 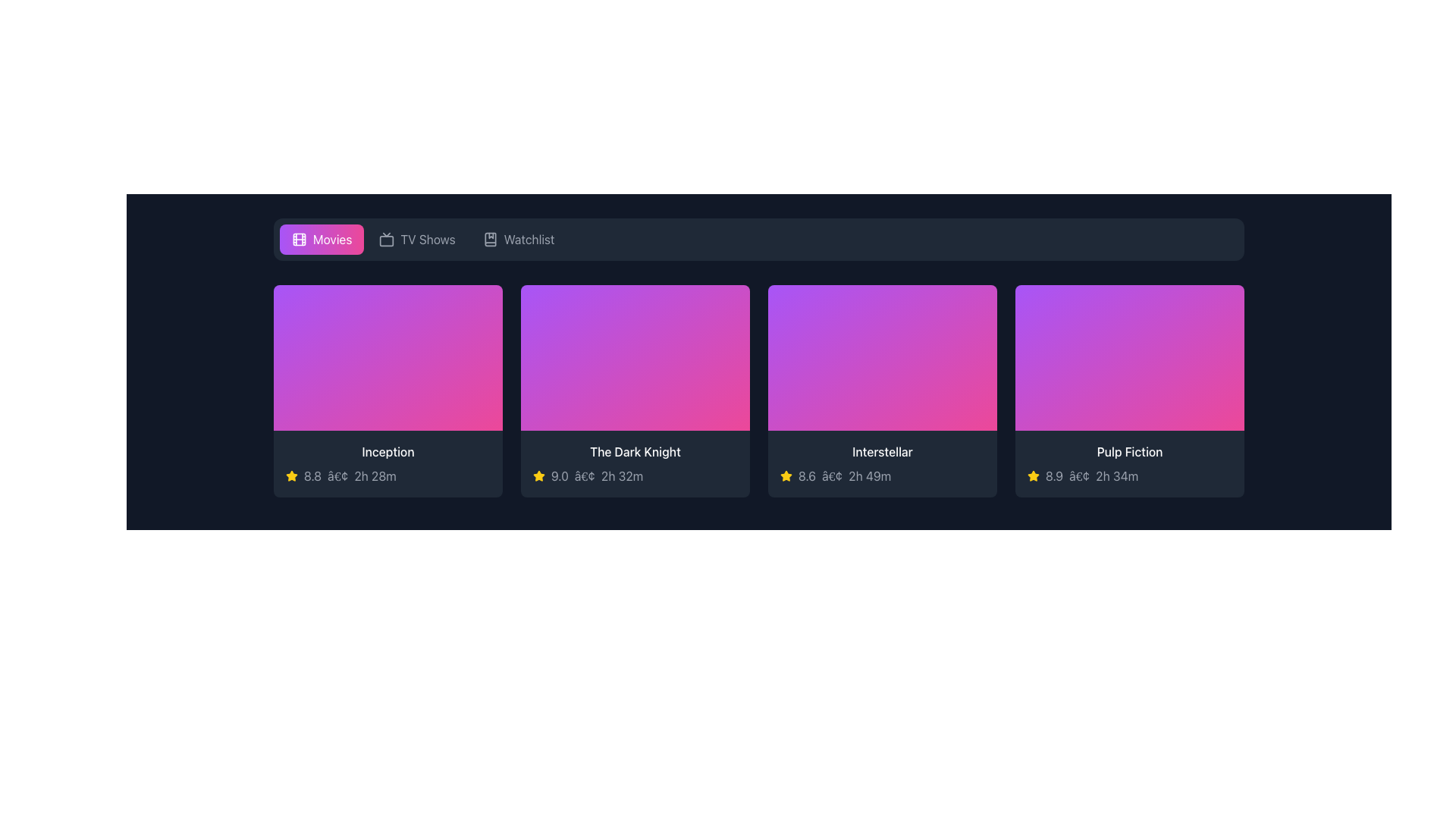 I want to click on the text displaying the number '8.9' in gray font, which is part of the metadata for the 'Pulp Fiction' title in the fourth card of a horizontal list, located to the right of a yellow star icon, so click(x=1053, y=475).